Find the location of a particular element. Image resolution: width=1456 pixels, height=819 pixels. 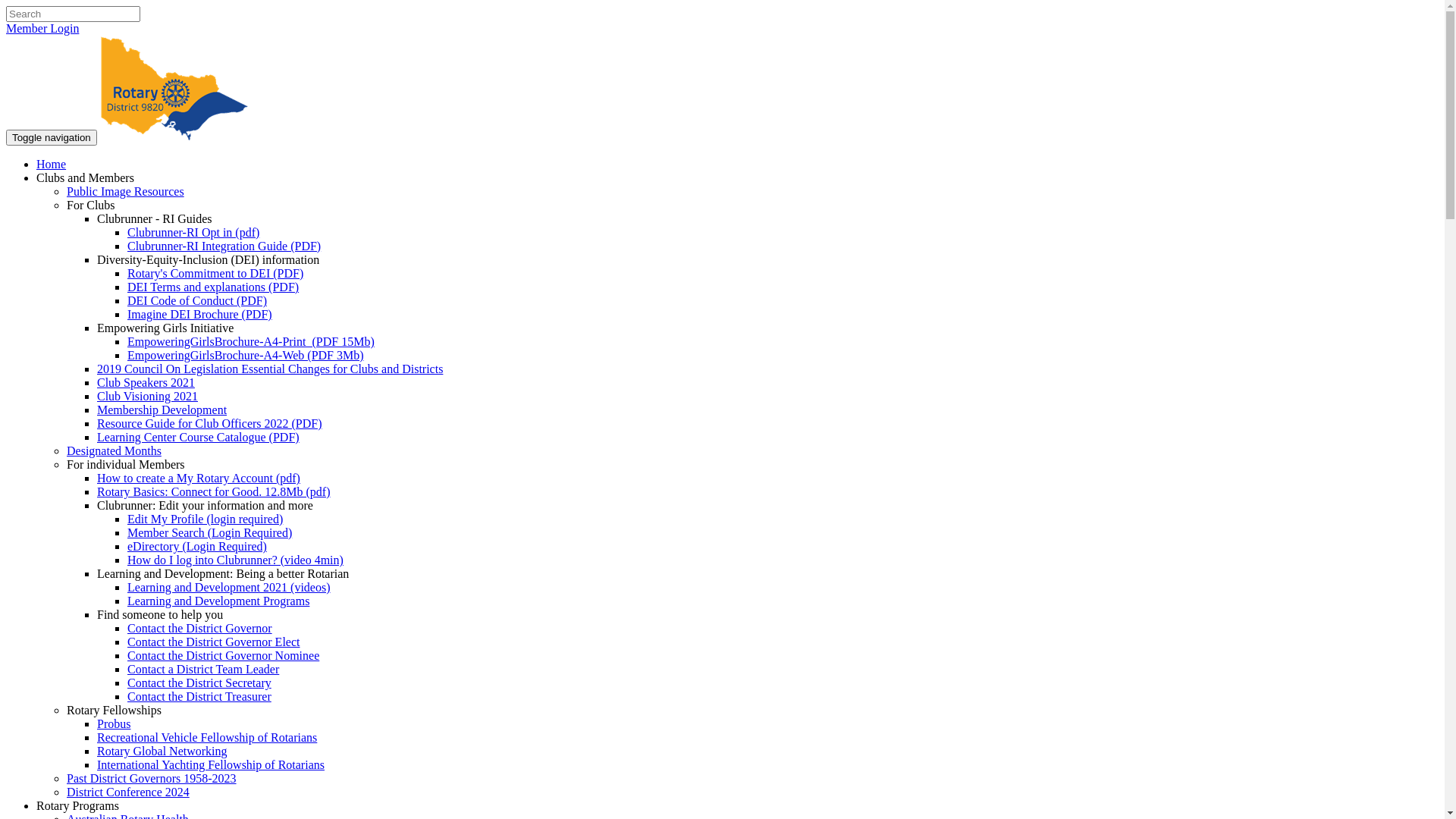

'Rotary Programs' is located at coordinates (77, 805).